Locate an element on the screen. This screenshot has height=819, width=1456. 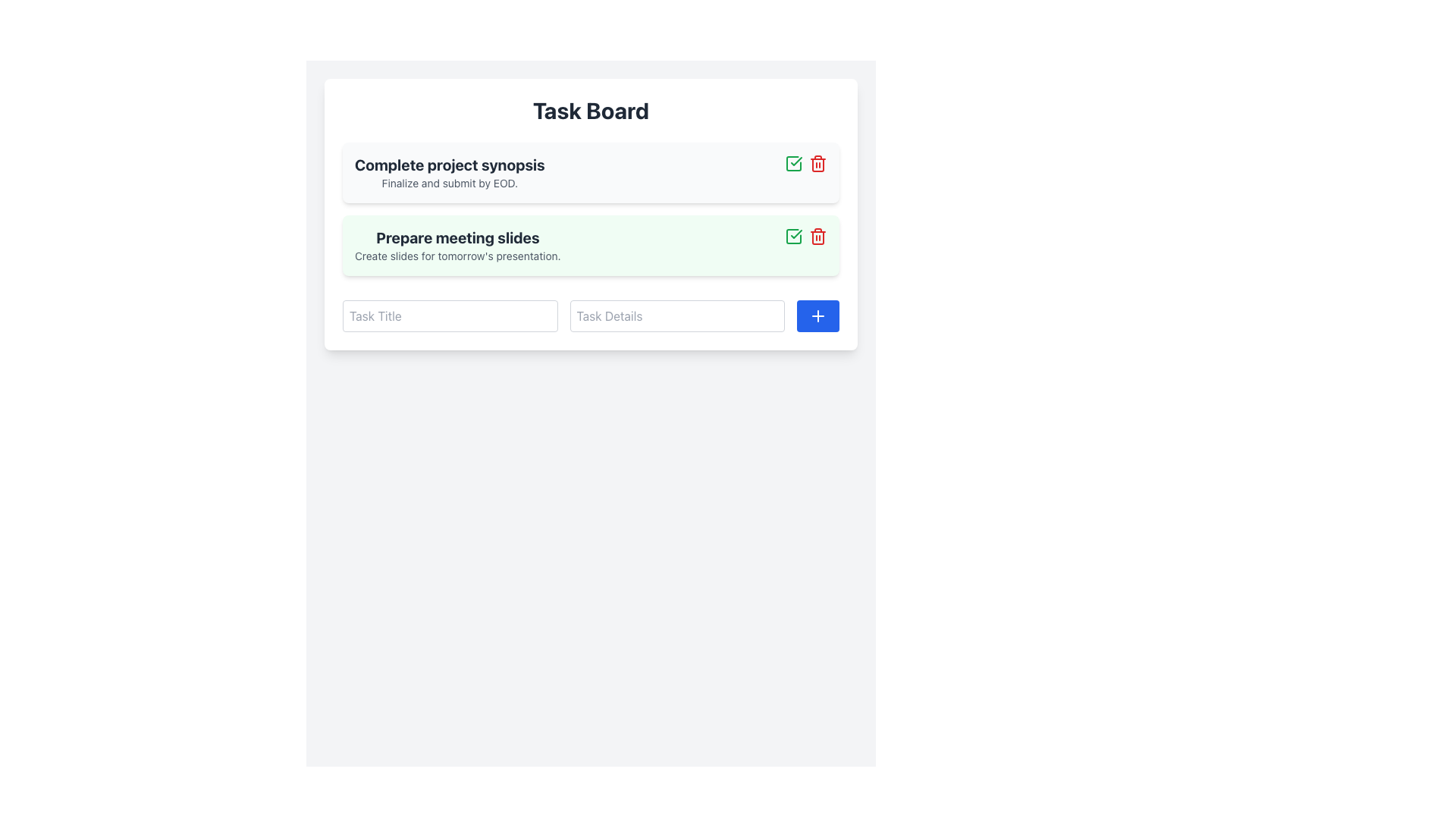
the trash can icon, which is part of the delete icon for the 'Prepare meeting slides' task is located at coordinates (817, 237).